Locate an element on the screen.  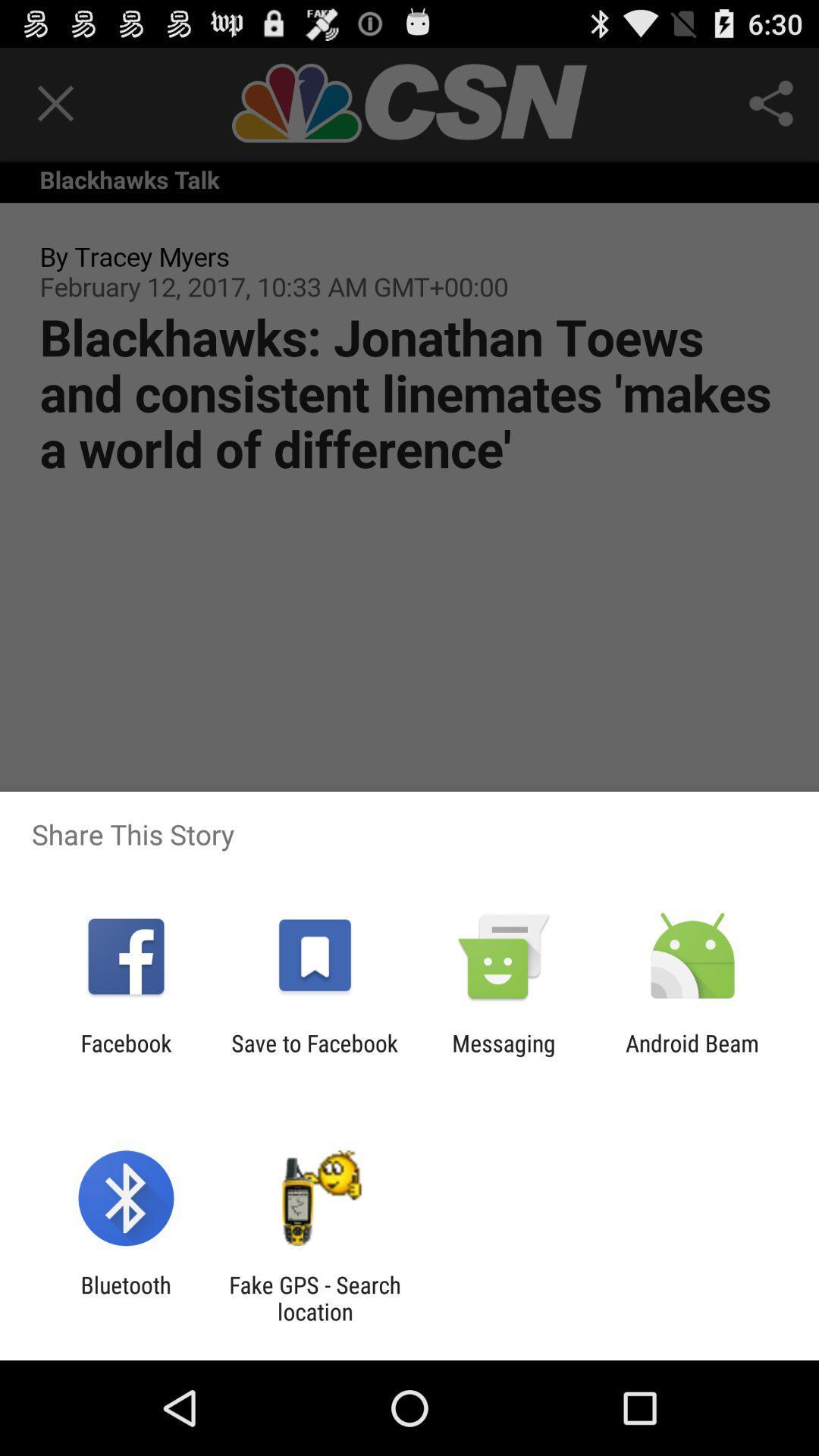
the item next to facebook icon is located at coordinates (314, 1056).